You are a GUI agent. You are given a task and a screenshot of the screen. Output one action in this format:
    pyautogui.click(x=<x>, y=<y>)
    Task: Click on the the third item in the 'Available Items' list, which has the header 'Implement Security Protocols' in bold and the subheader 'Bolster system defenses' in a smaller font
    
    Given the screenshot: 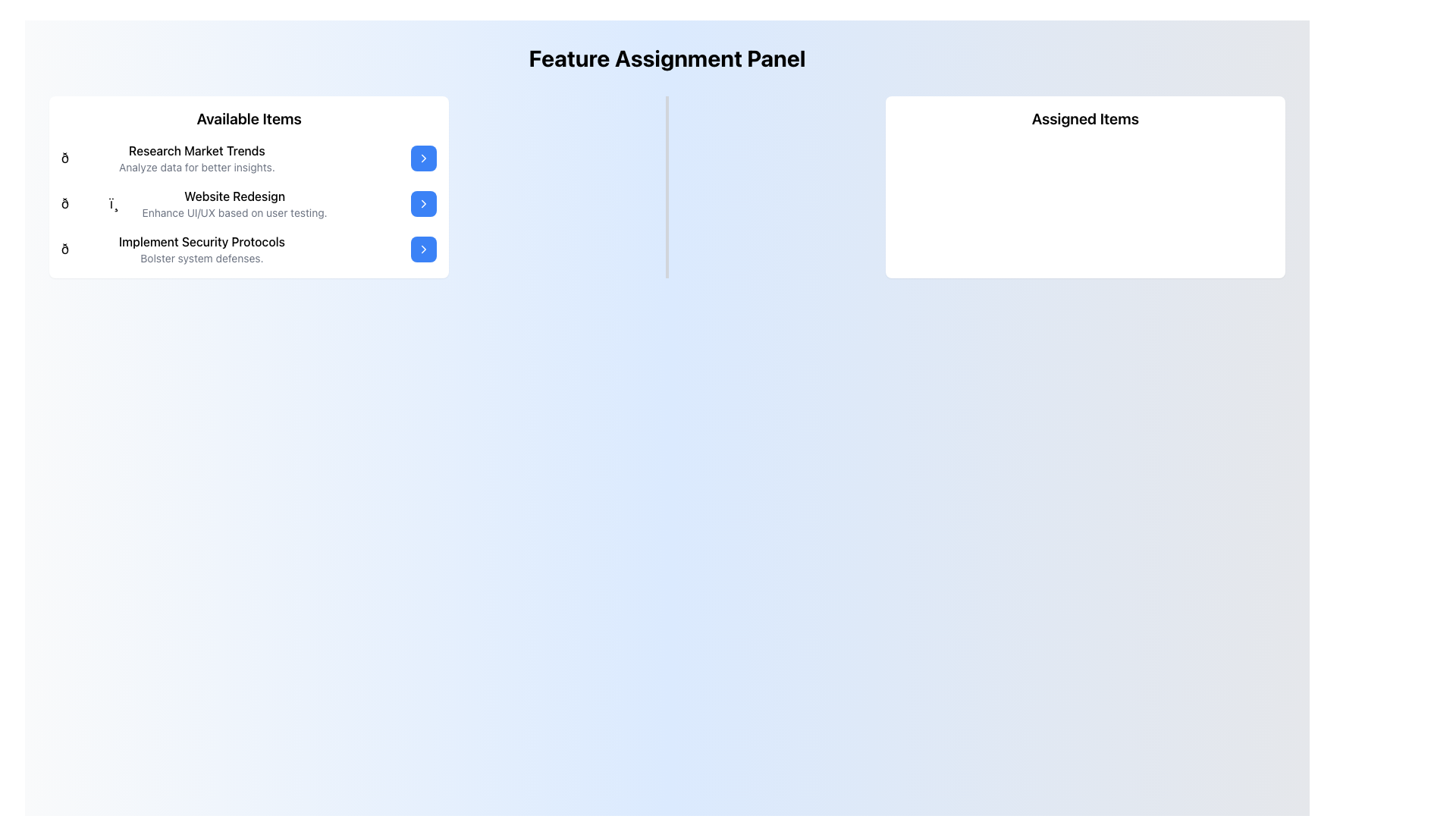 What is the action you would take?
    pyautogui.click(x=201, y=248)
    